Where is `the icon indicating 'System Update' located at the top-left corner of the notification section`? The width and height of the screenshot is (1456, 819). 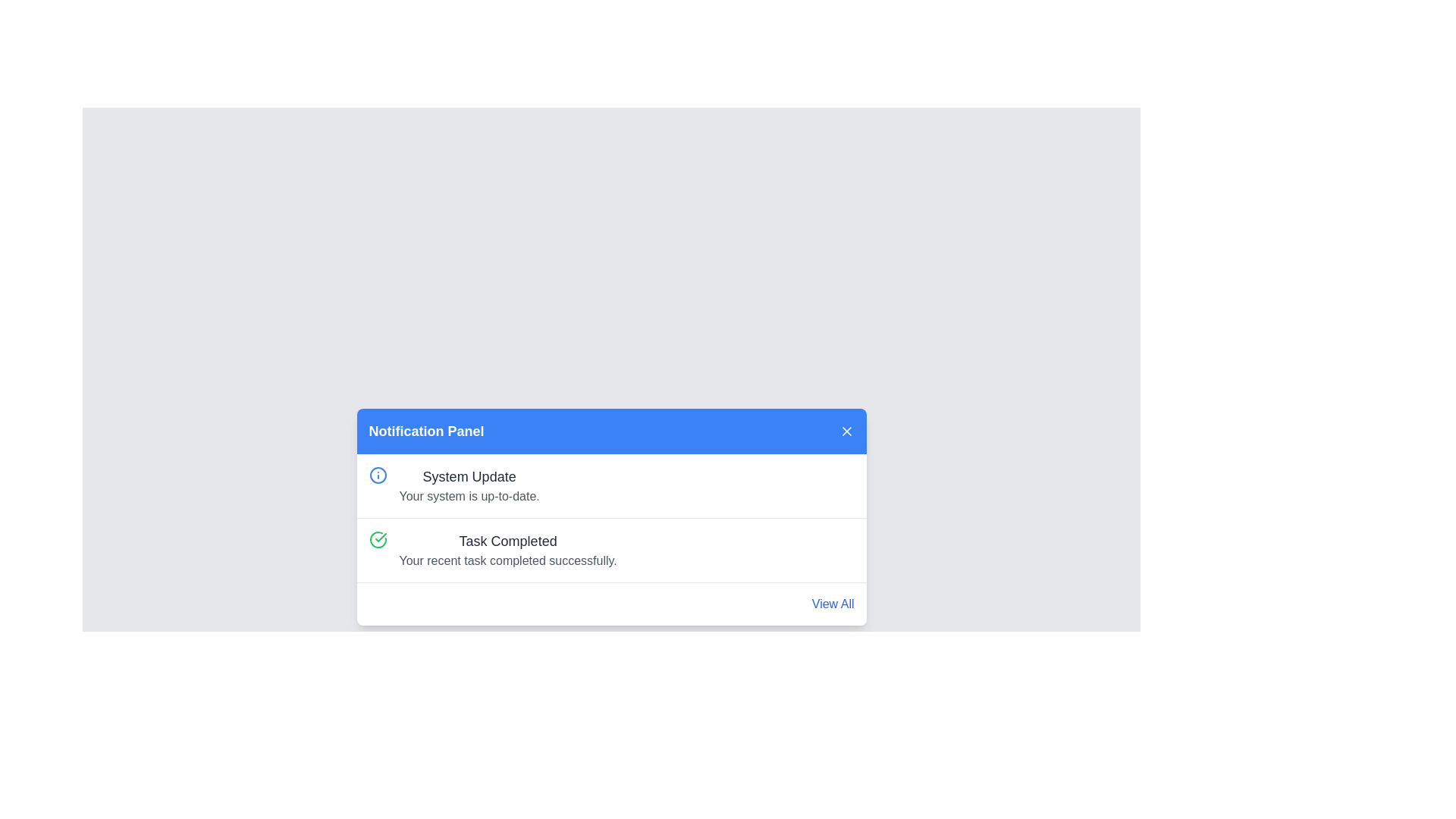 the icon indicating 'System Update' located at the top-left corner of the notification section is located at coordinates (378, 475).